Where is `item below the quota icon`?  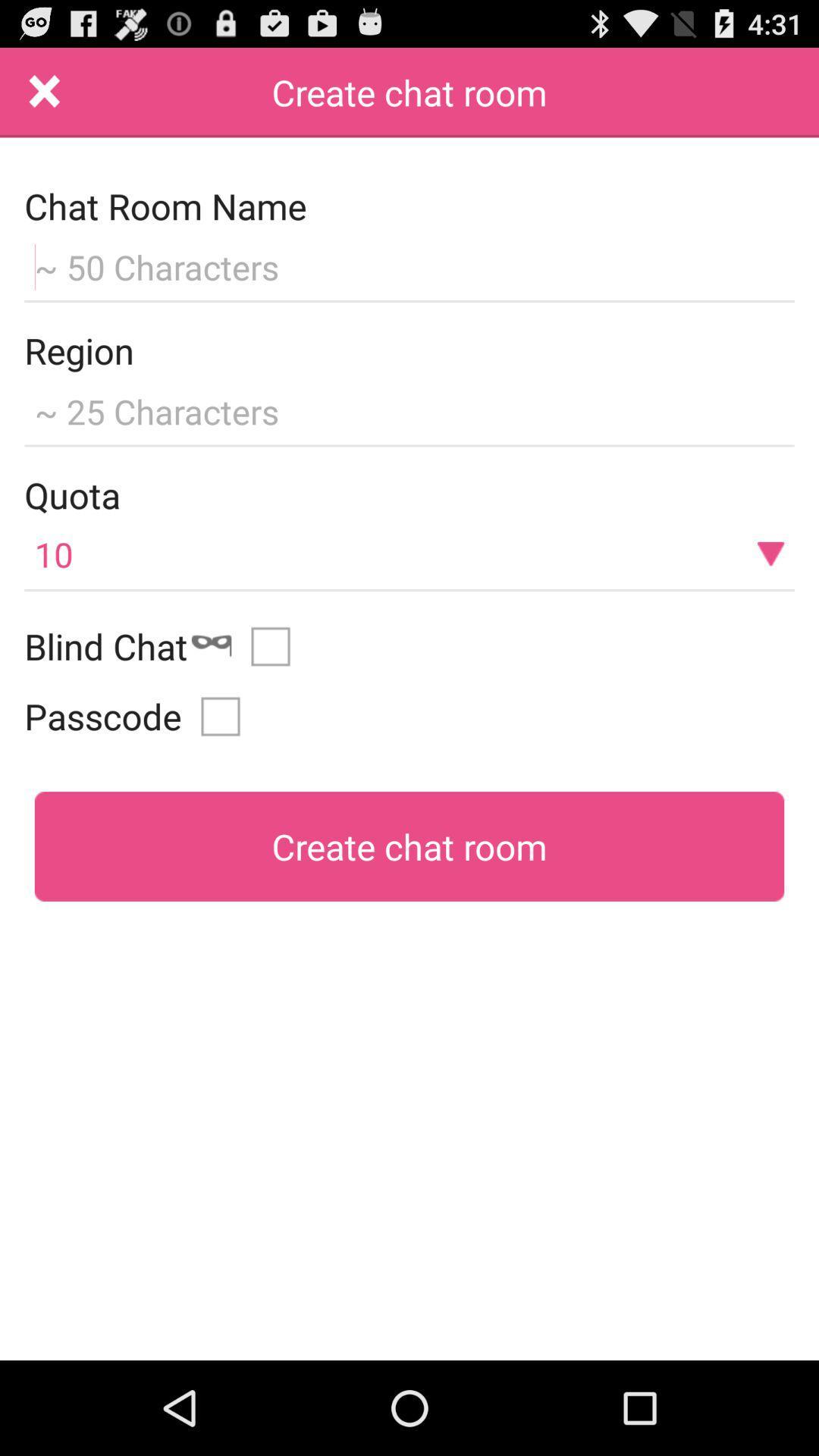 item below the quota icon is located at coordinates (409, 553).